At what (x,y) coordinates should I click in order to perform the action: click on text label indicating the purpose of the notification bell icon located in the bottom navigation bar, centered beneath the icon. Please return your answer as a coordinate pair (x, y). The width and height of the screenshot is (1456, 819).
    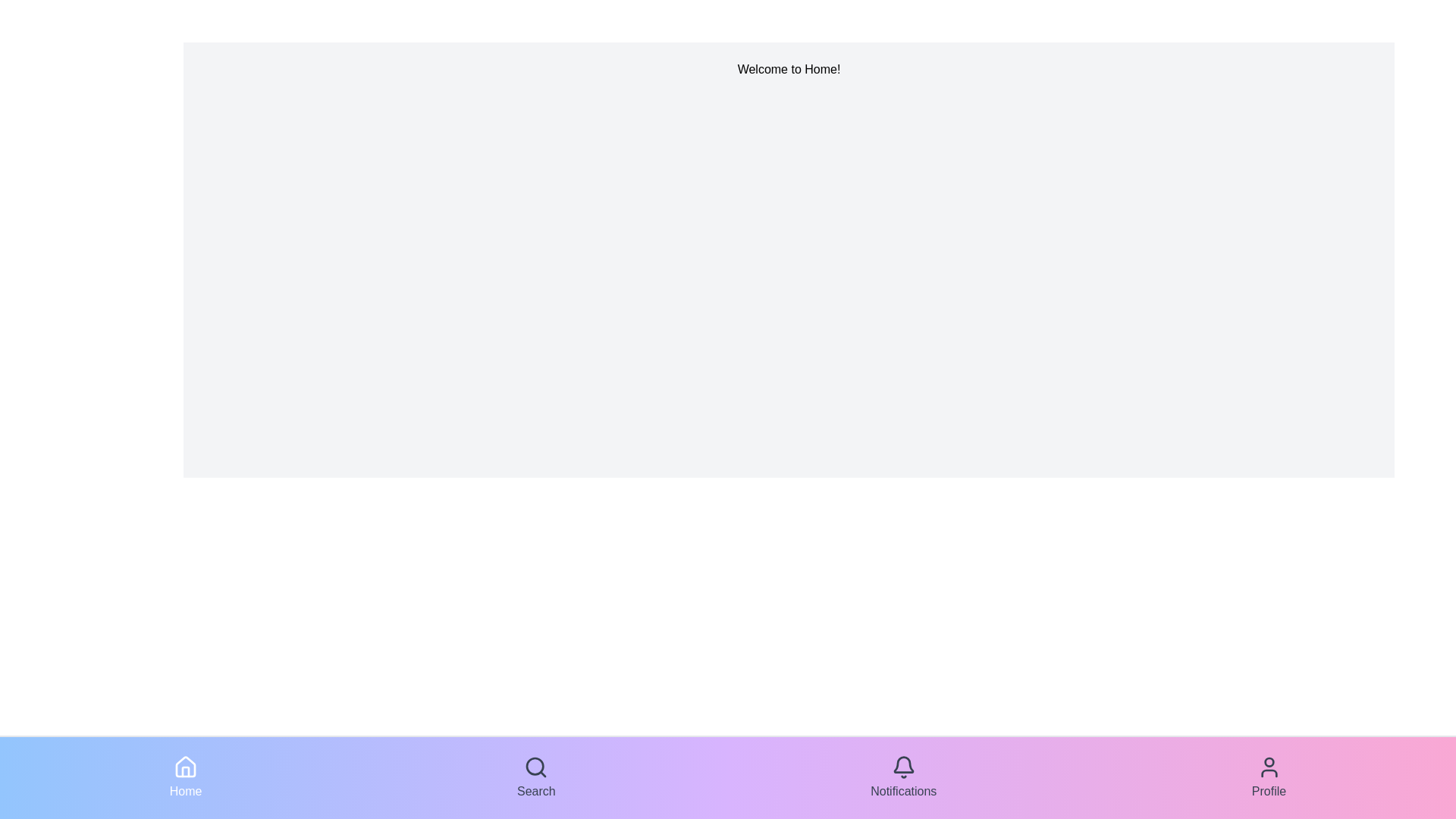
    Looking at the image, I should click on (903, 791).